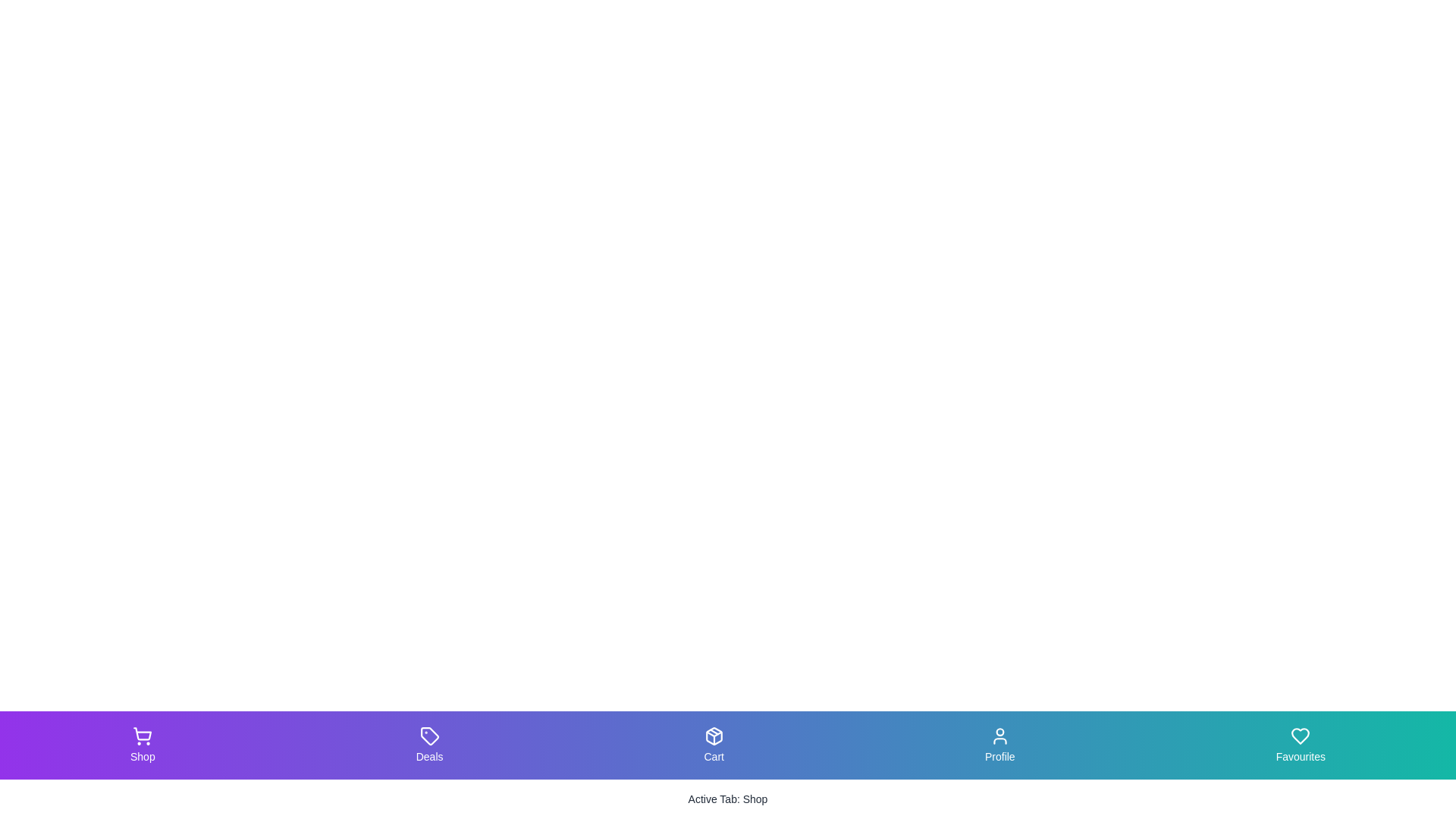 The image size is (1456, 819). What do you see at coordinates (999, 745) in the screenshot?
I see `the tab labeled Profile to view its hover effect` at bounding box center [999, 745].